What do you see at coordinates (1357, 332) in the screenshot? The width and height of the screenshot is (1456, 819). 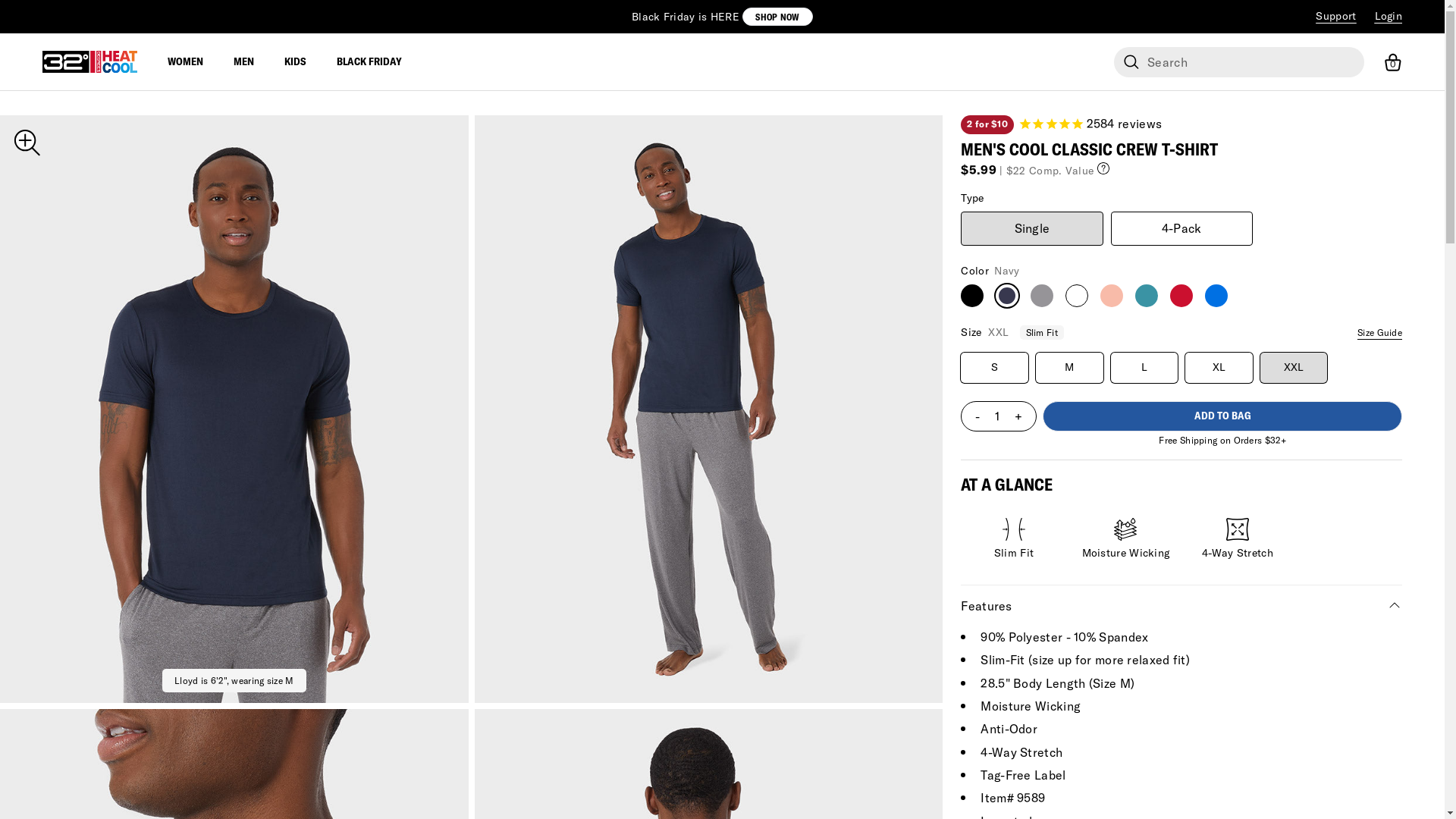 I see `'Size Guide'` at bounding box center [1357, 332].